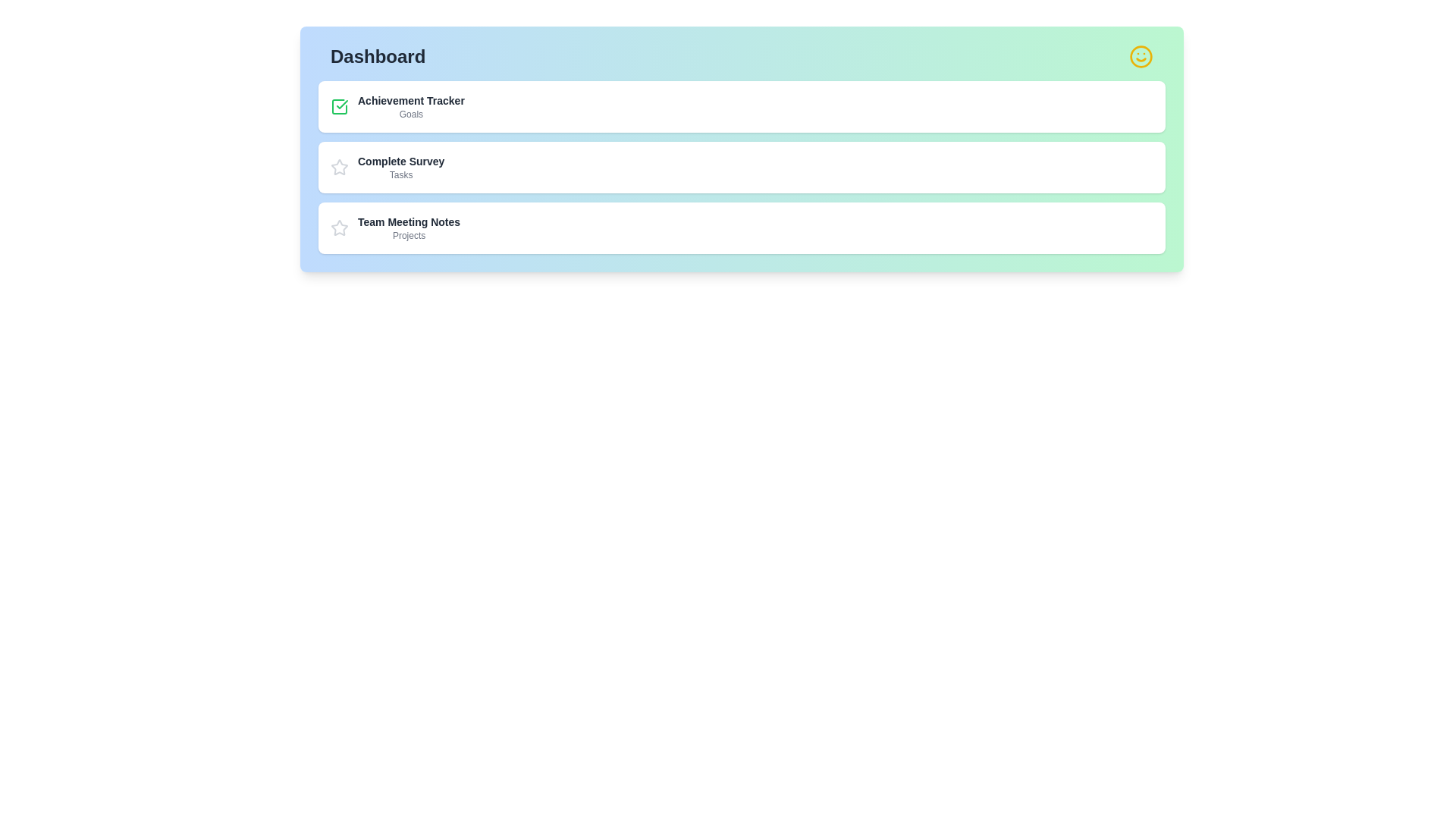  I want to click on the smiley face icon in the top-right corner, so click(1141, 55).